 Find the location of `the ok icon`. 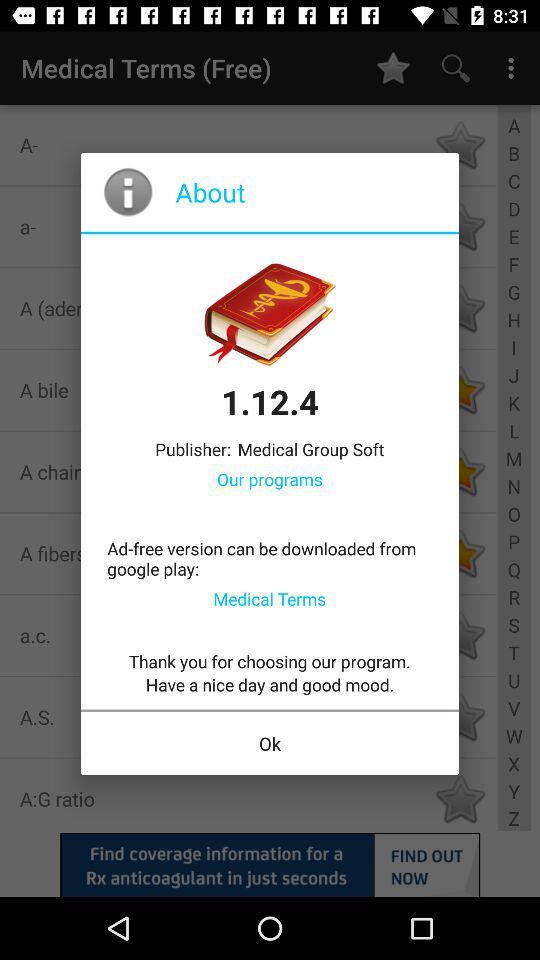

the ok icon is located at coordinates (270, 742).